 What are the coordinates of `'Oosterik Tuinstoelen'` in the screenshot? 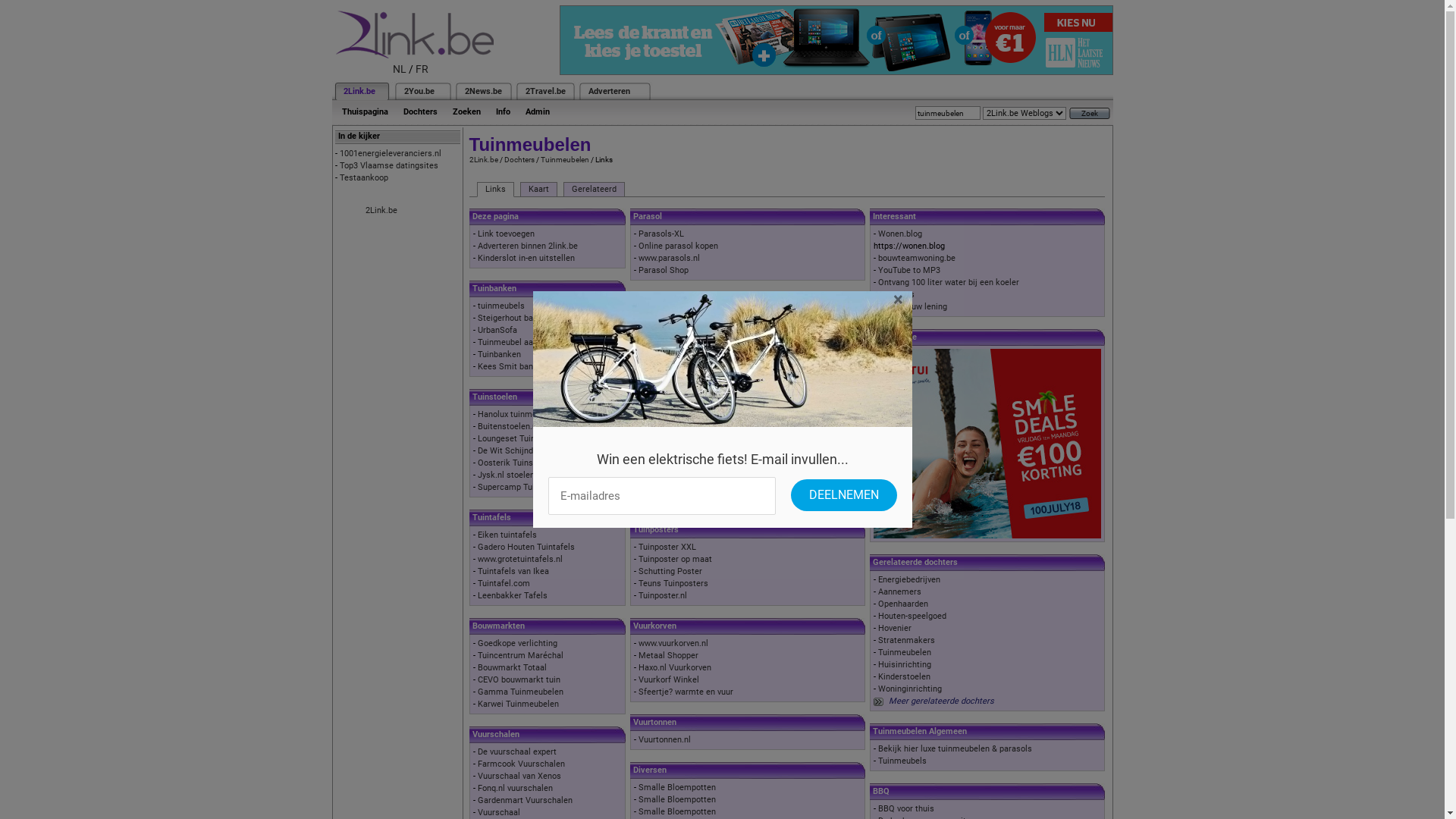 It's located at (516, 462).